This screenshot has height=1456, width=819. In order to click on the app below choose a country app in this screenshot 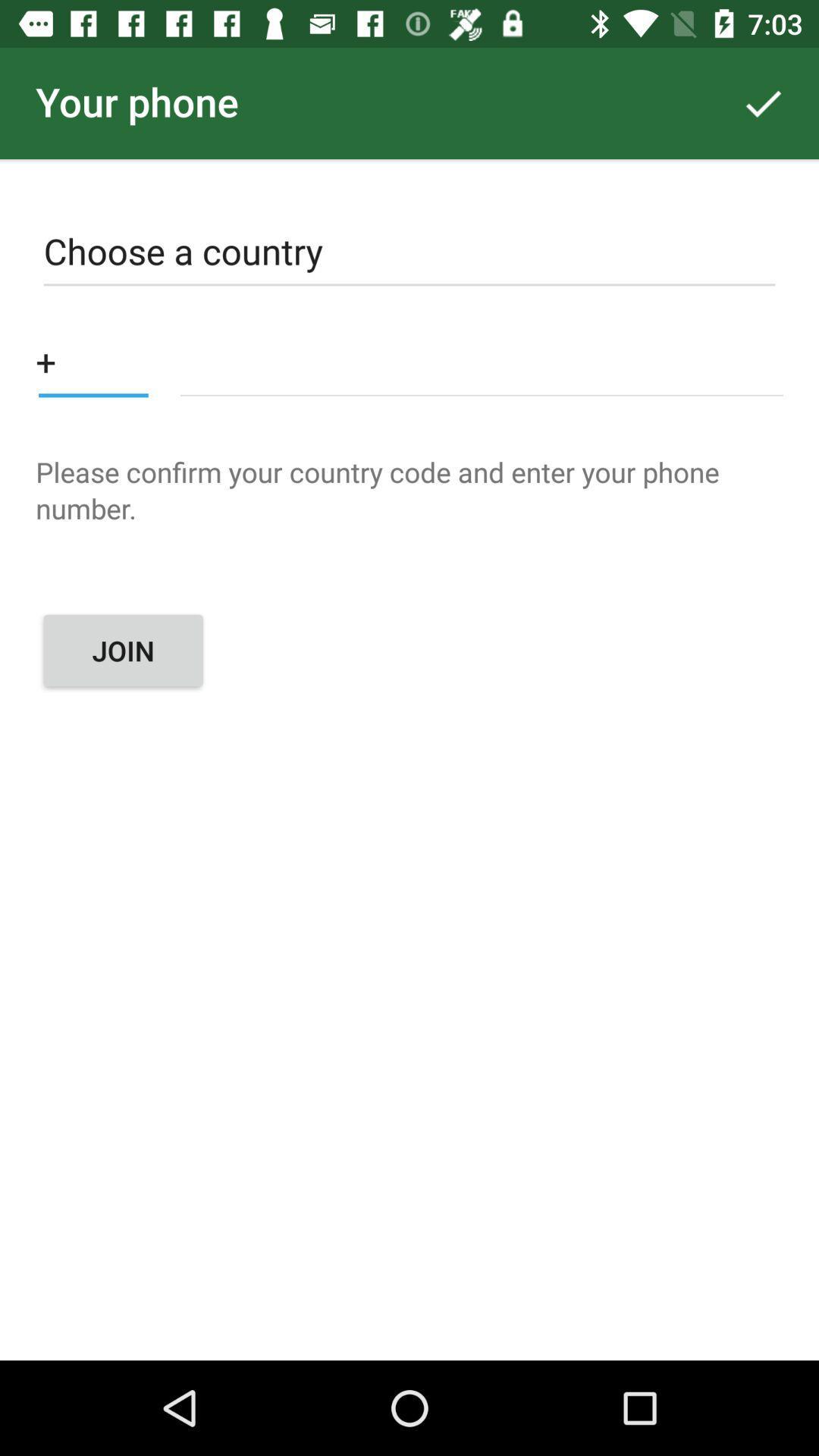, I will do `click(482, 360)`.